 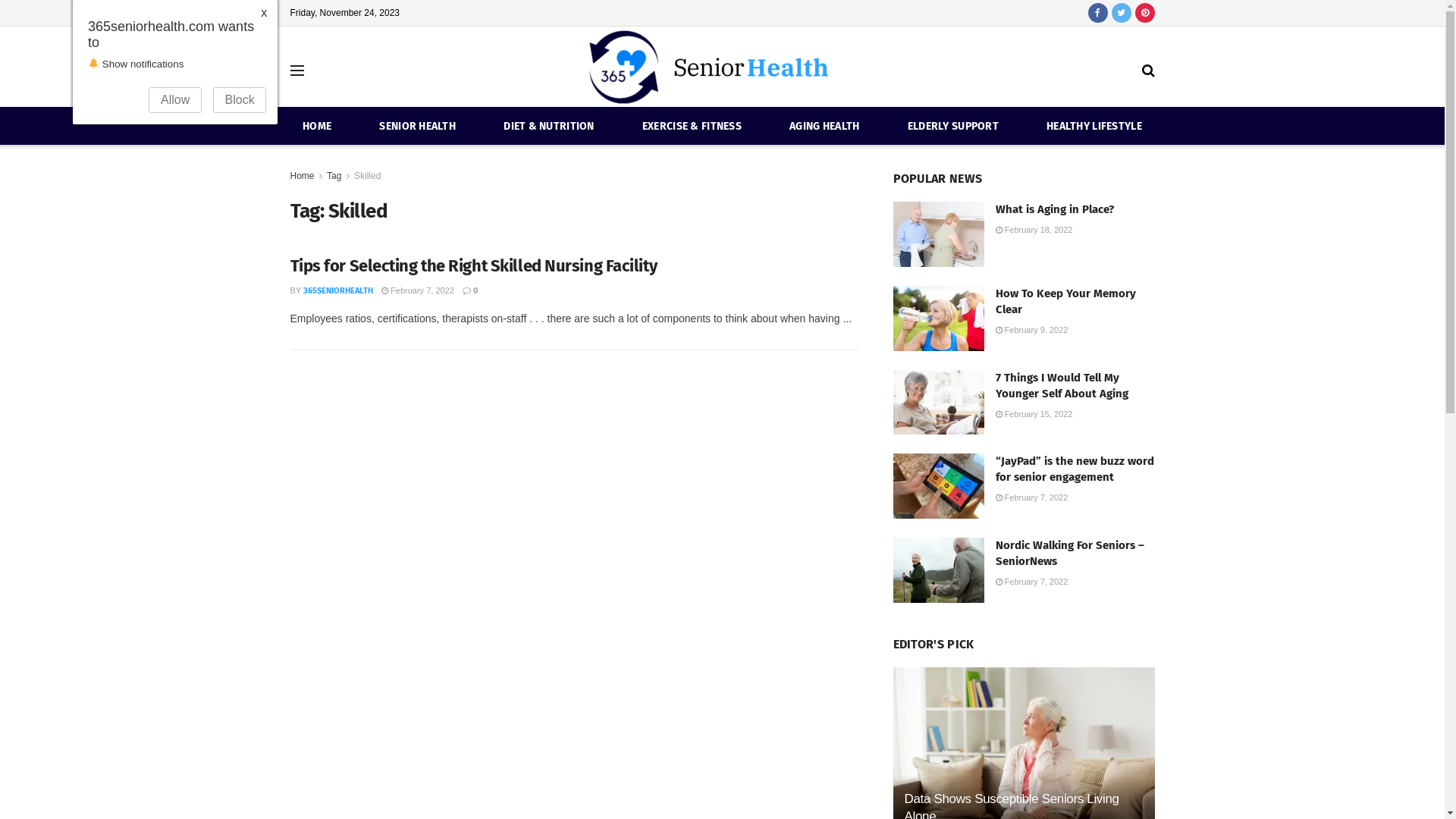 I want to click on 'February 9, 2022', so click(x=1031, y=329).